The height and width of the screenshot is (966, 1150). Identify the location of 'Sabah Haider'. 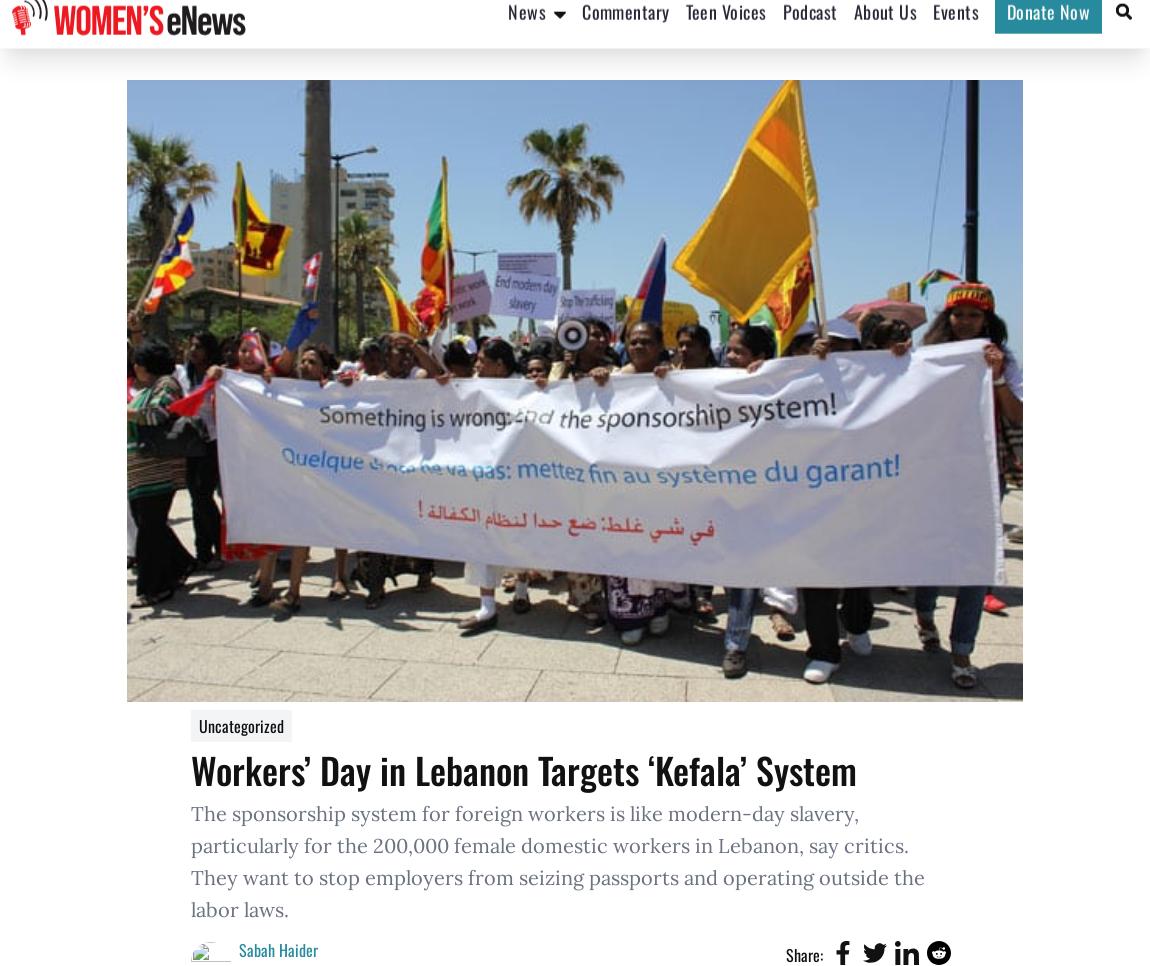
(277, 949).